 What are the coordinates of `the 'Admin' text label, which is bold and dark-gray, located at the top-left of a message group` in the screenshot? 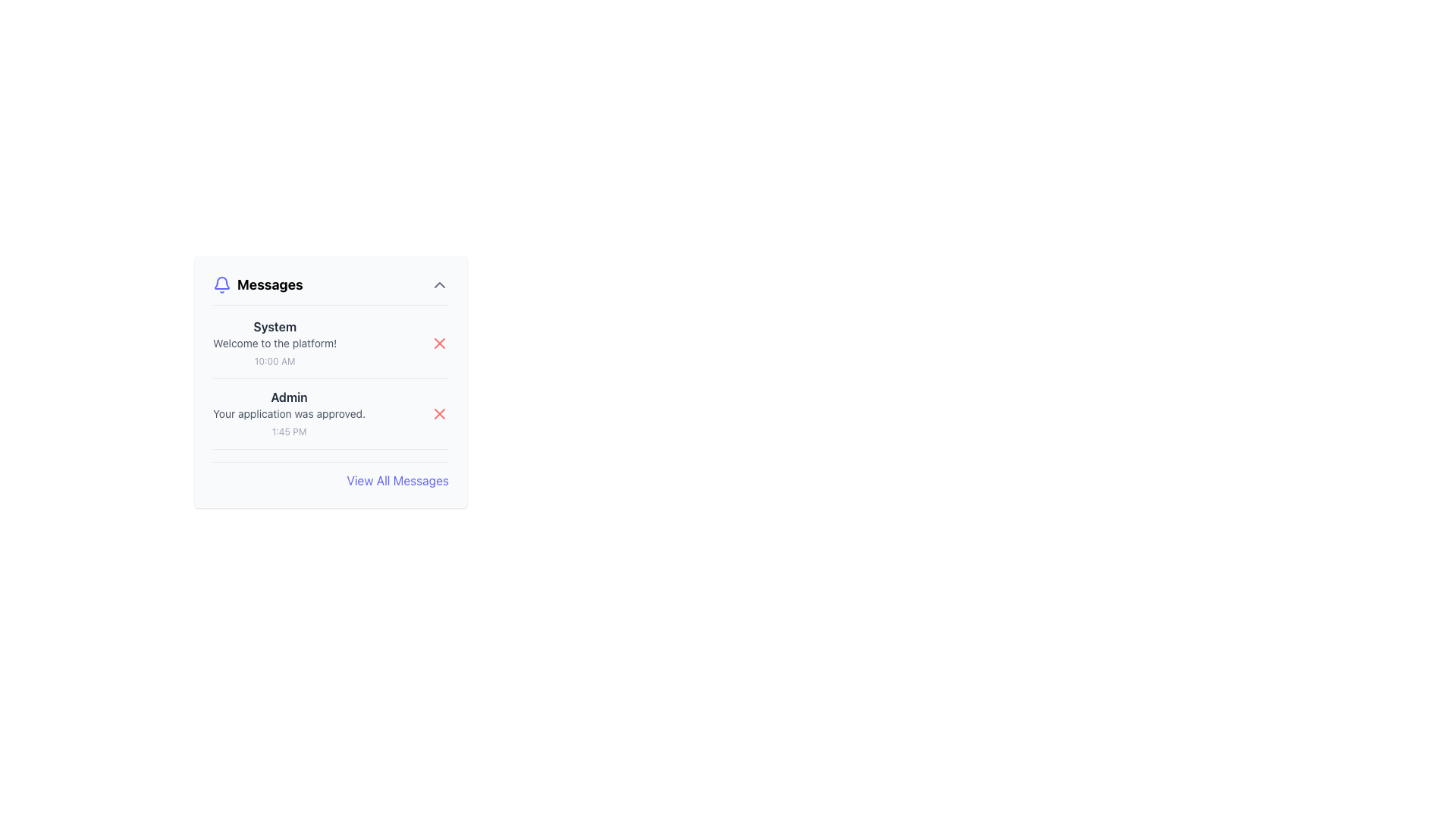 It's located at (289, 397).